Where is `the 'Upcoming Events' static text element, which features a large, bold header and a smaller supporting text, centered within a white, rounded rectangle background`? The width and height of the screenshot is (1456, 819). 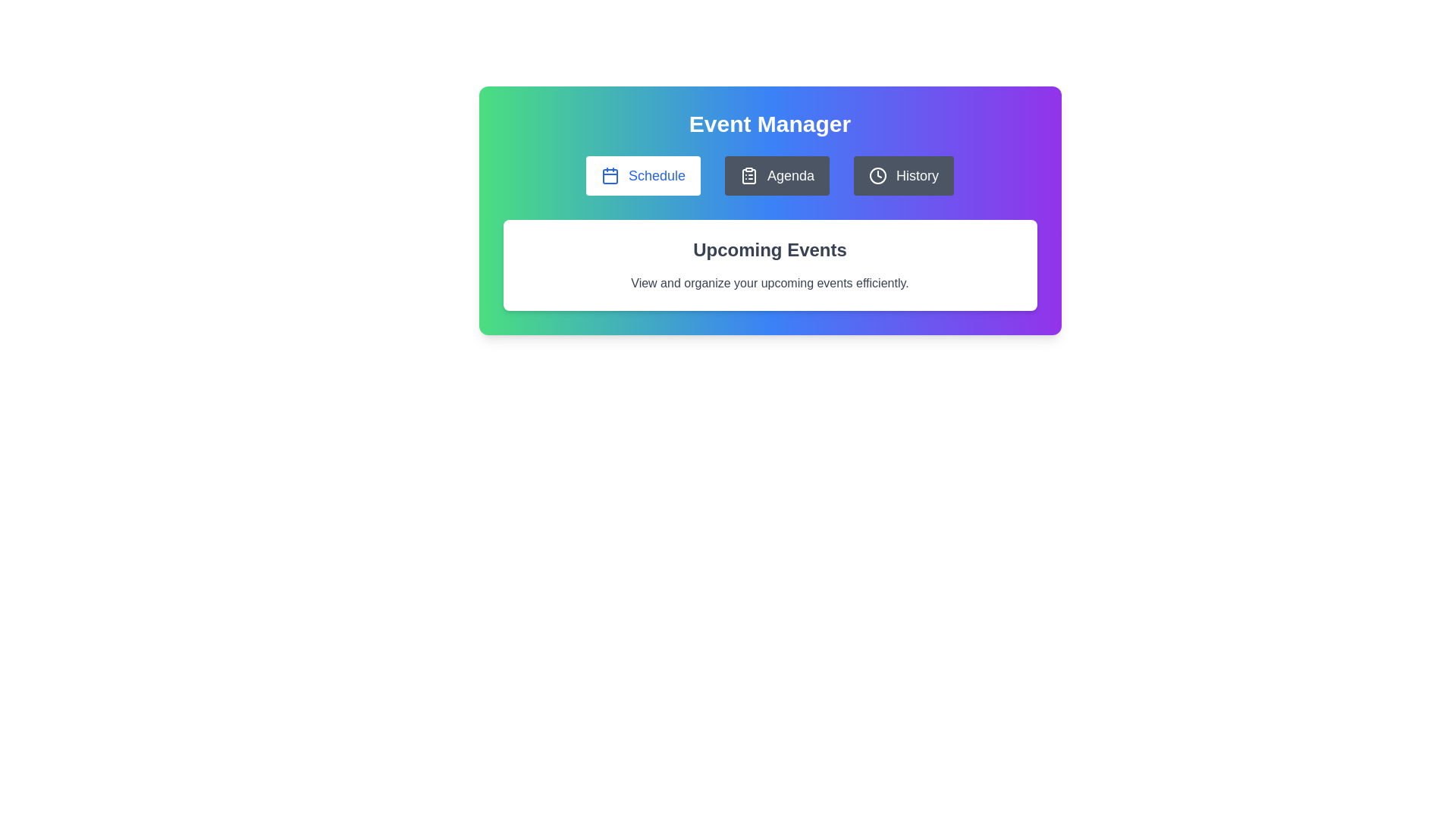
the 'Upcoming Events' static text element, which features a large, bold header and a smaller supporting text, centered within a white, rounded rectangle background is located at coordinates (770, 265).